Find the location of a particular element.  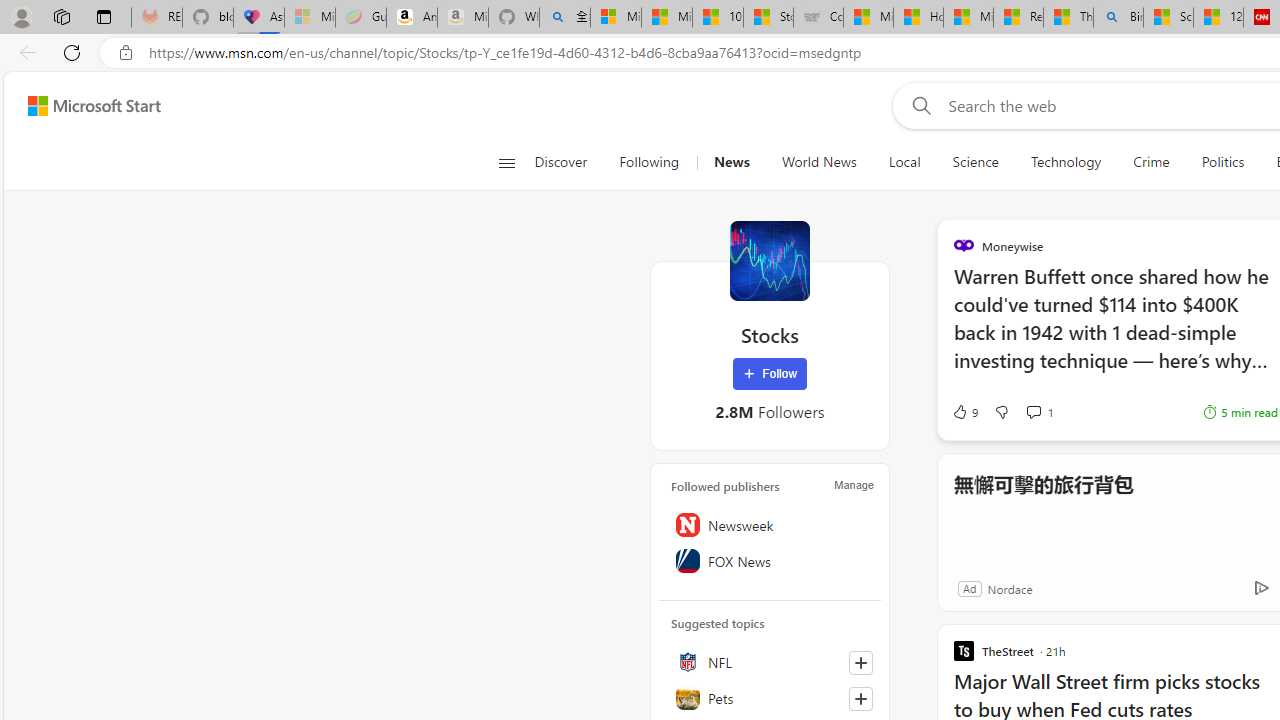

'Politics' is located at coordinates (1222, 162).